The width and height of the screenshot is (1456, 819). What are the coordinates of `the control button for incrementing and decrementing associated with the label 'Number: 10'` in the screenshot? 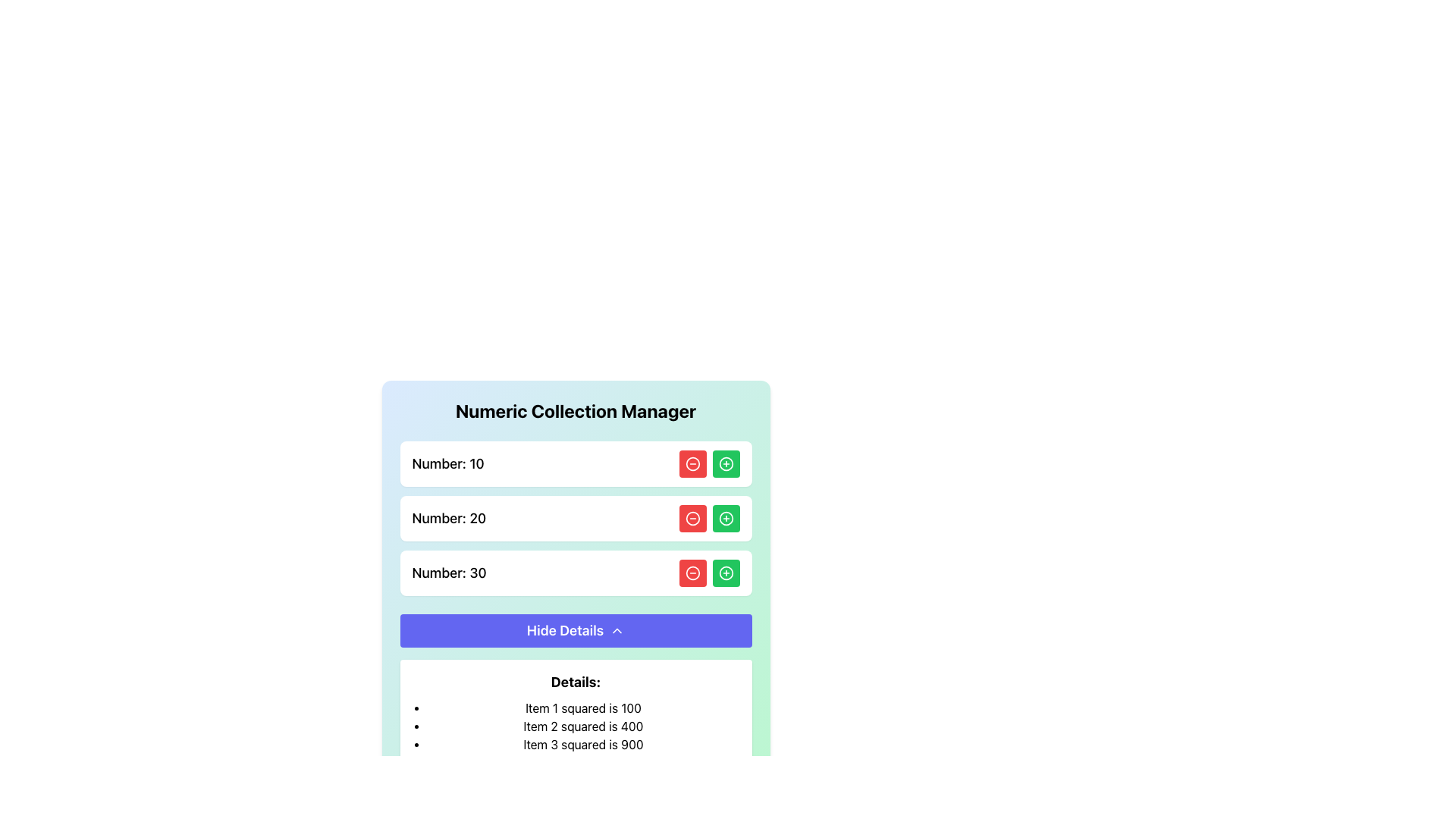 It's located at (708, 463).